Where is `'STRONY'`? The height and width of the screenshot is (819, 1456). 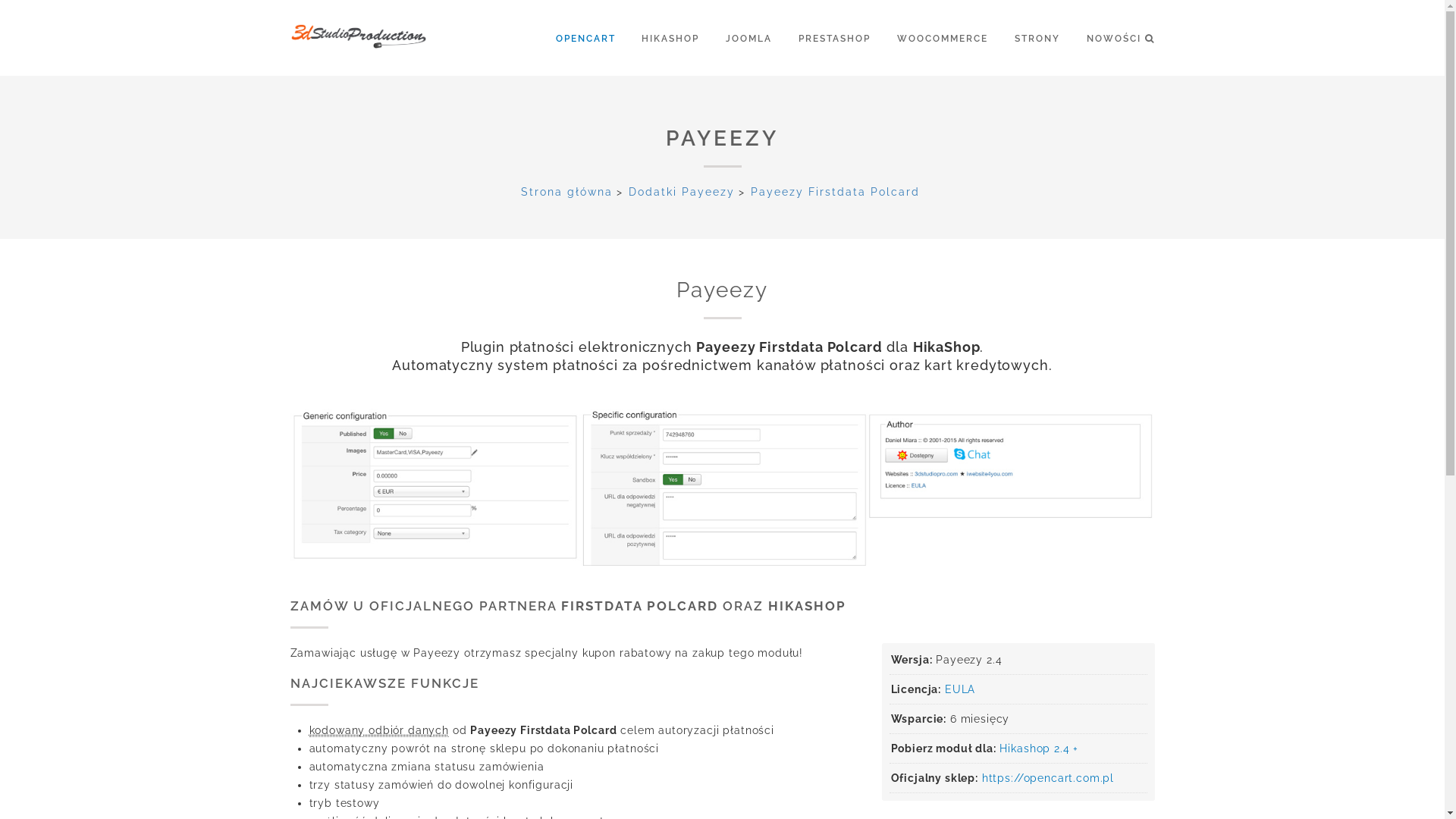
'STRONY' is located at coordinates (1047, 37).